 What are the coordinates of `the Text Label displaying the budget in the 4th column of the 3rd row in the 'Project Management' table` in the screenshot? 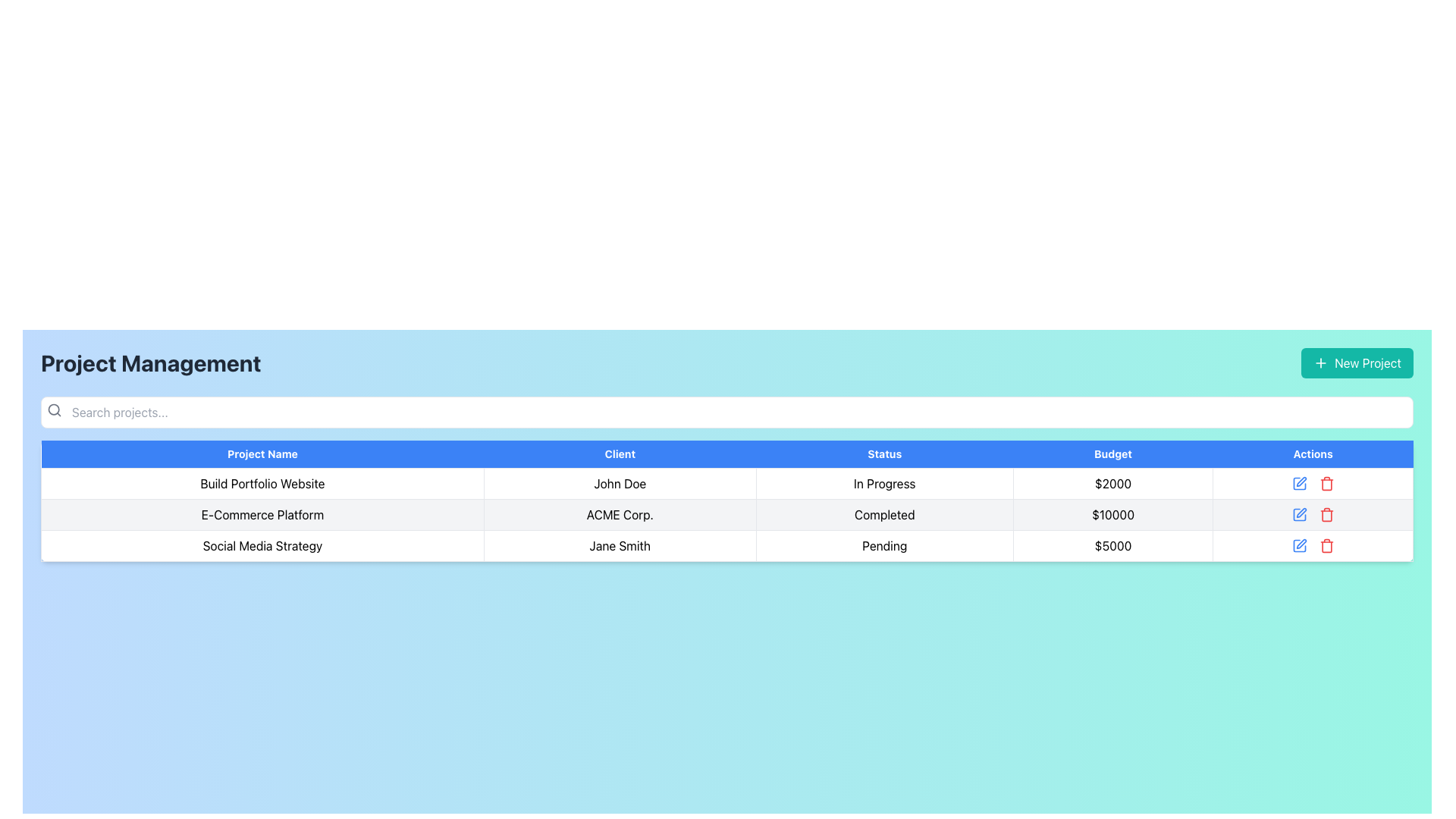 It's located at (1113, 546).